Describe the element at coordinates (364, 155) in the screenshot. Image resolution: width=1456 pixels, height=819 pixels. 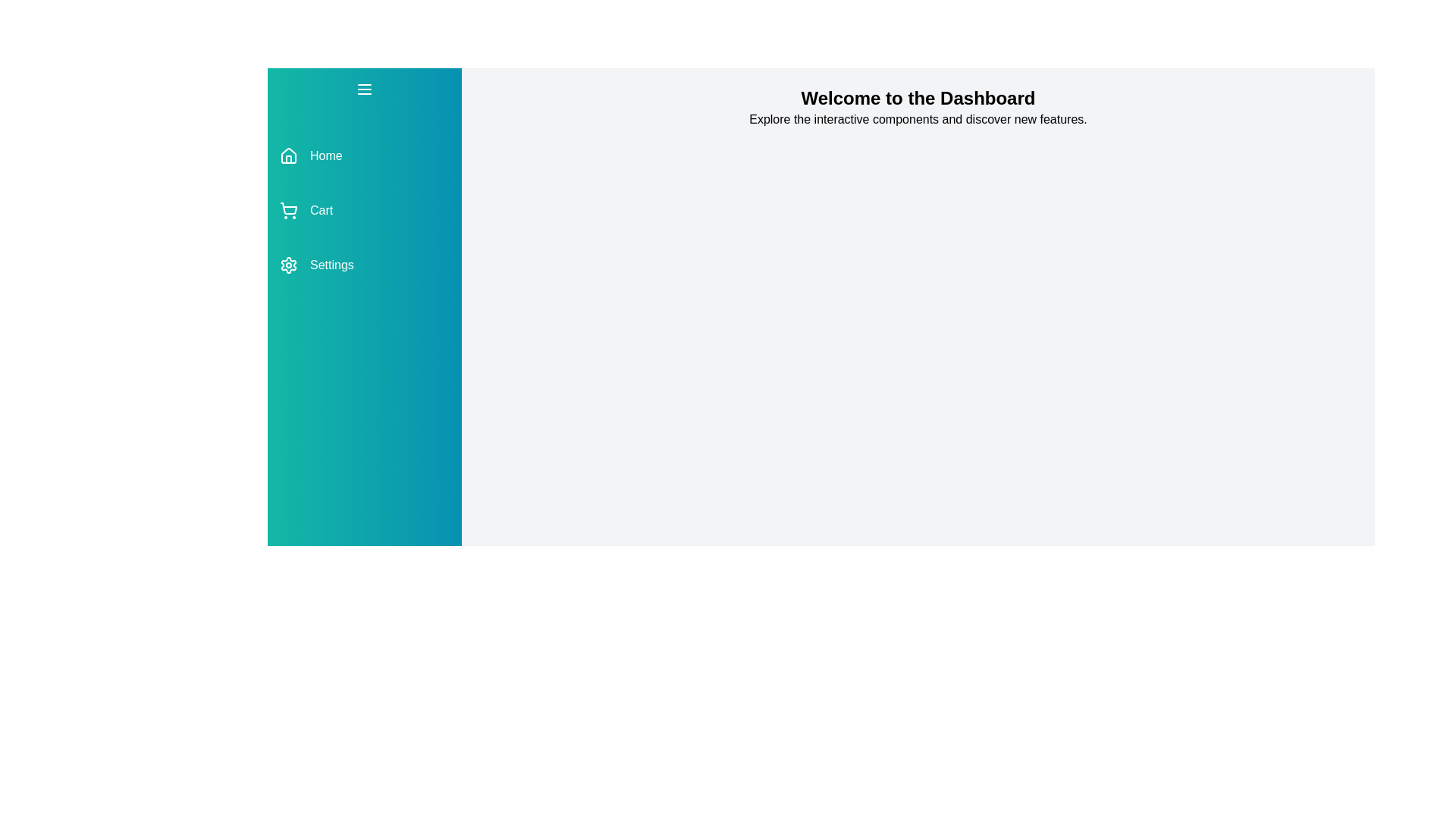
I see `the menu item labeled Home` at that location.